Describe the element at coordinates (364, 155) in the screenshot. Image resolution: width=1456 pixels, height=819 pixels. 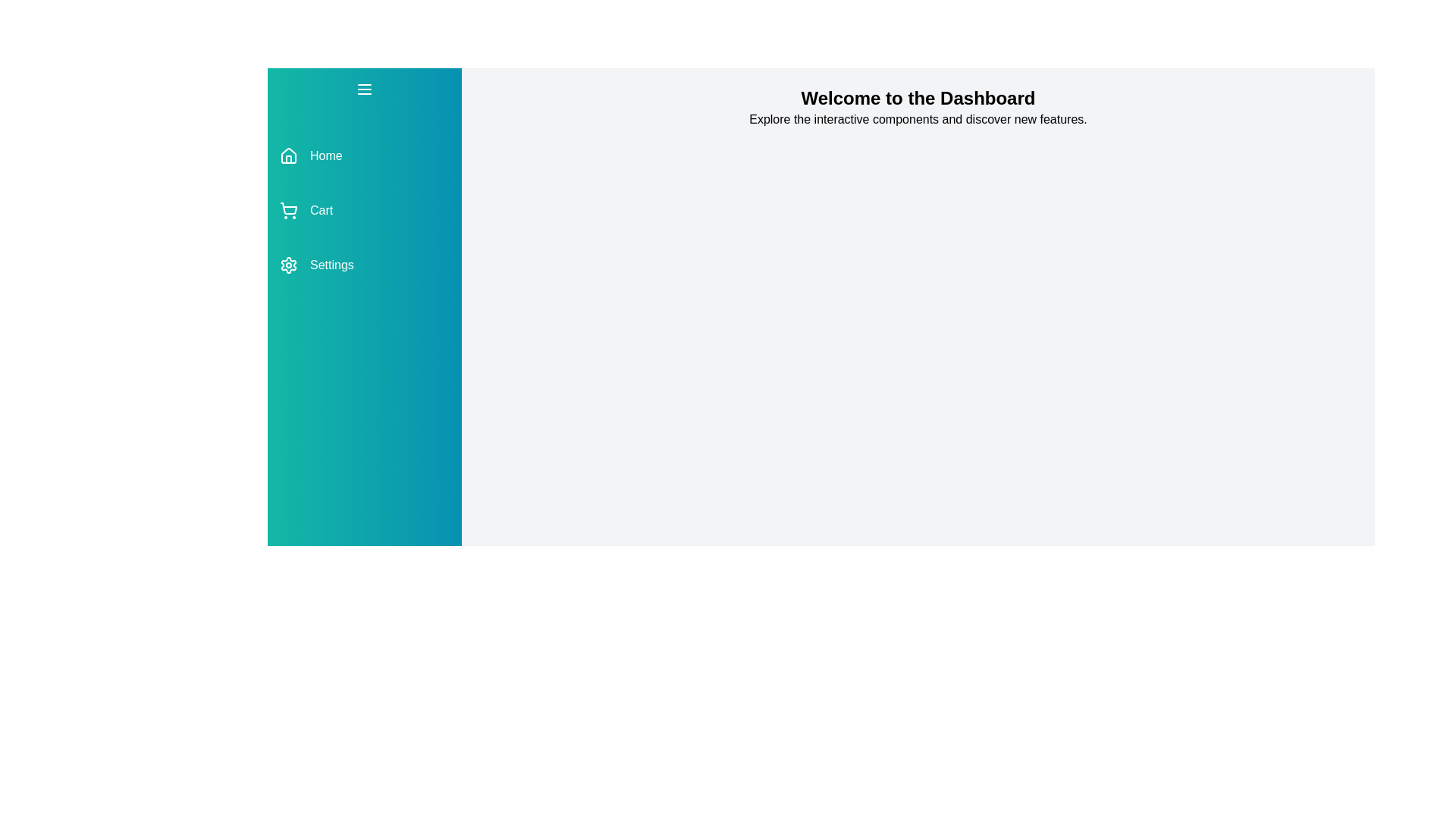
I see `the menu item labeled Home` at that location.